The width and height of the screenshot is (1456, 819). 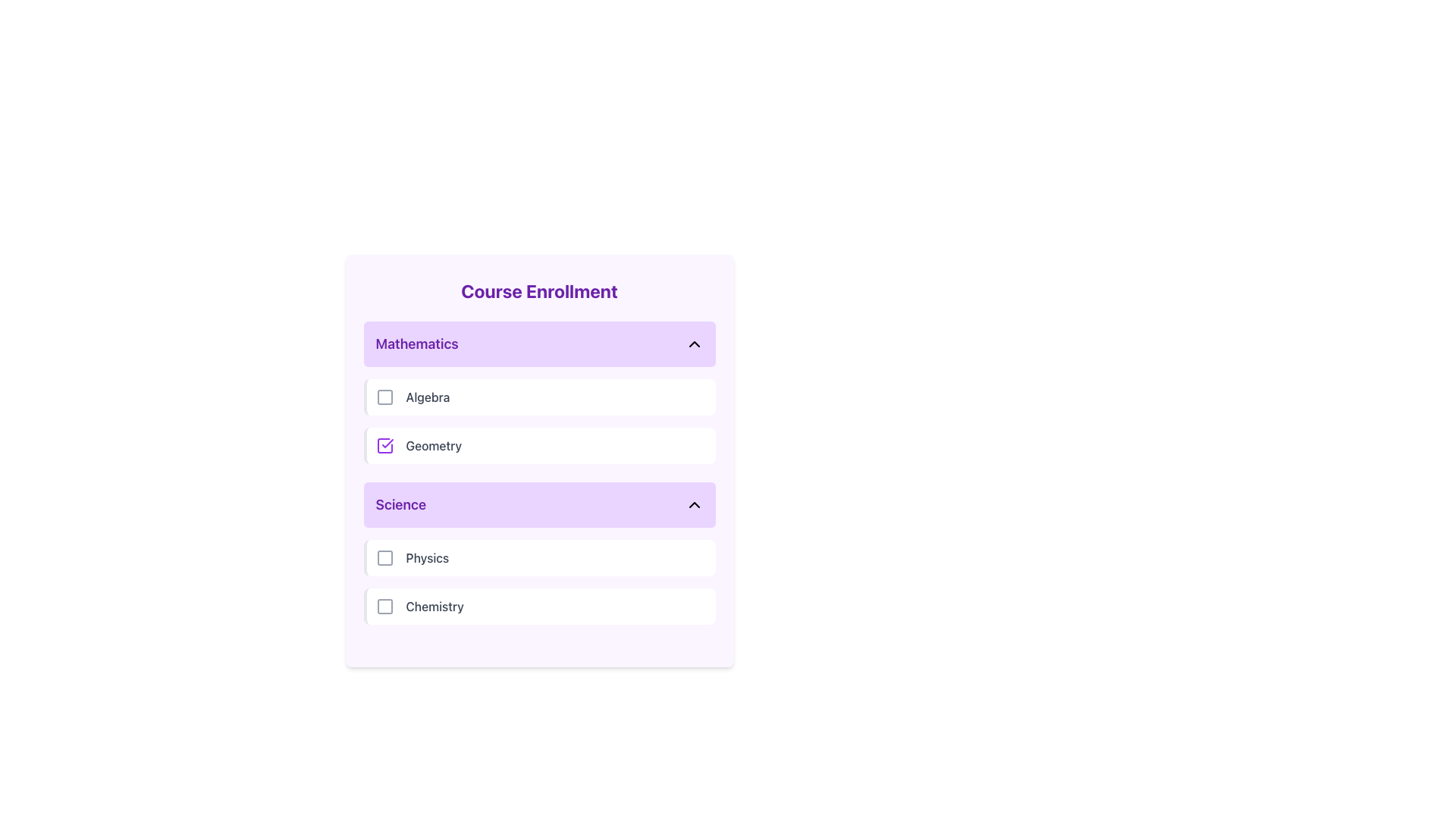 What do you see at coordinates (384, 558) in the screenshot?
I see `the checkbox for the 'Physics' course` at bounding box center [384, 558].